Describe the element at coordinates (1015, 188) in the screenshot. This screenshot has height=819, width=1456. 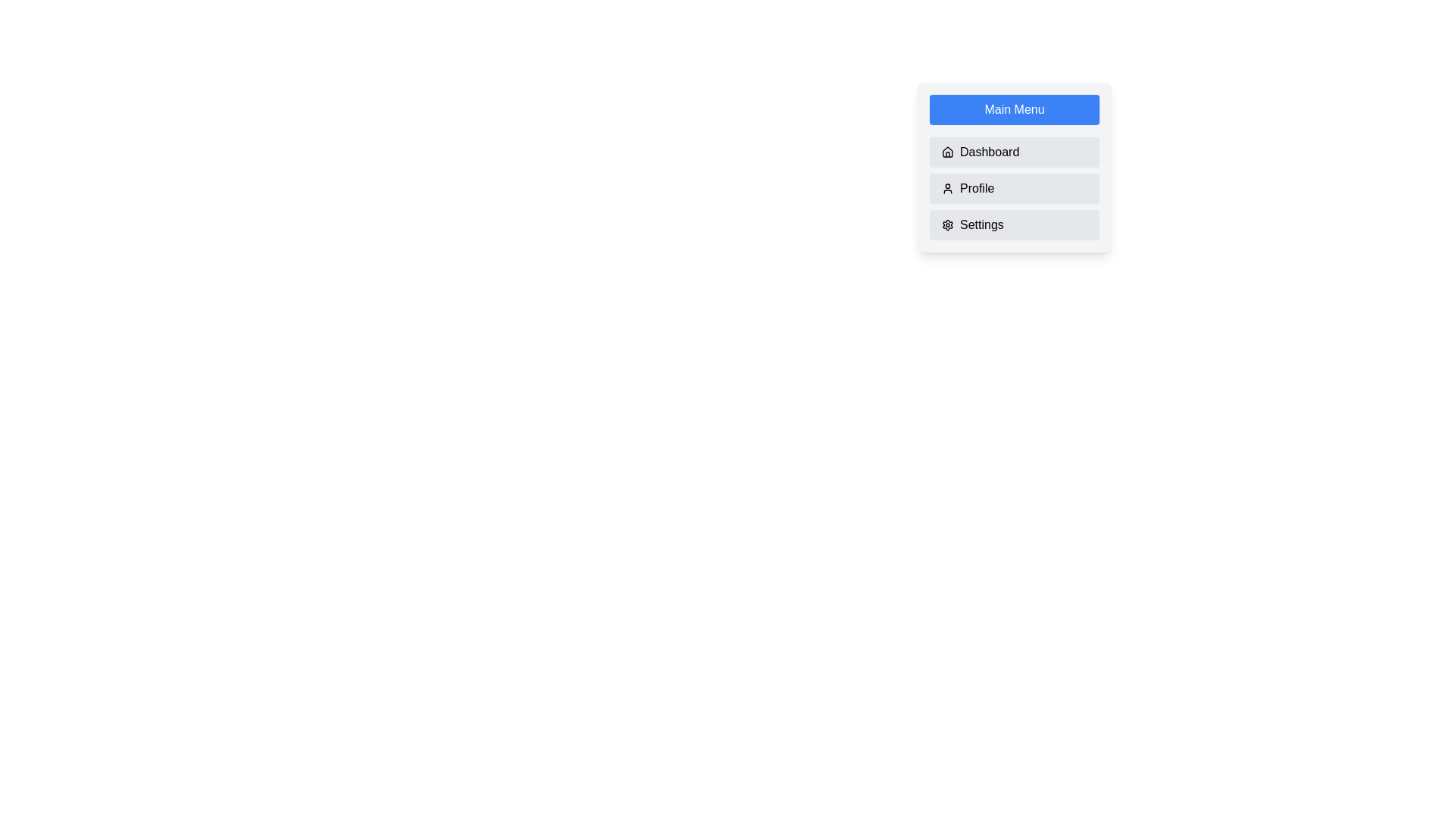
I see `the 'Profile' button in the menu` at that location.